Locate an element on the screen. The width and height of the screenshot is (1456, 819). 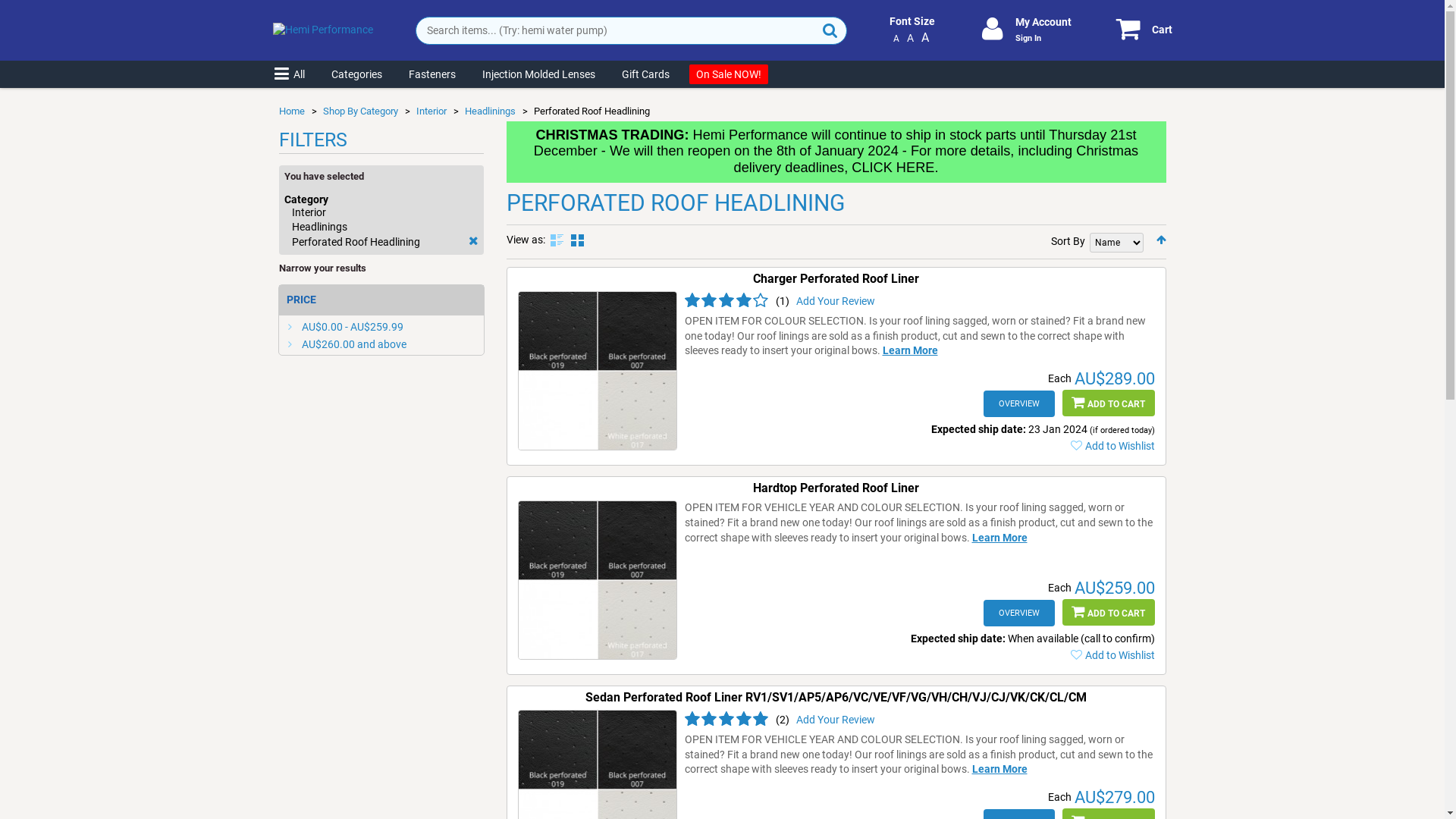
'OVERVIEW' is located at coordinates (1018, 403).